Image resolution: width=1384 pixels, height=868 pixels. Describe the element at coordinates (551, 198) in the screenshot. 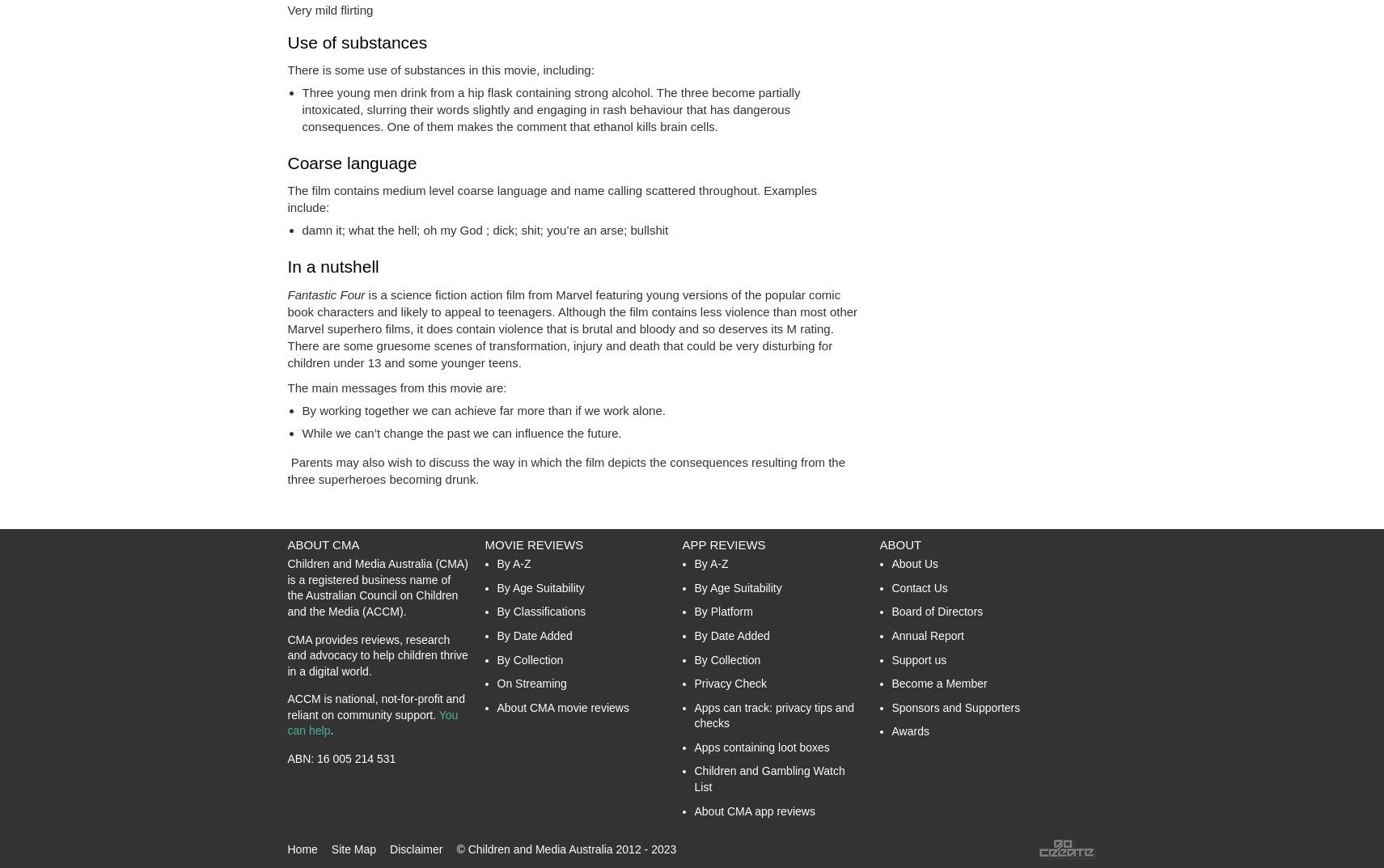

I see `'The film contains medium level coarse language and name calling scattered throughout. Examples include:'` at that location.